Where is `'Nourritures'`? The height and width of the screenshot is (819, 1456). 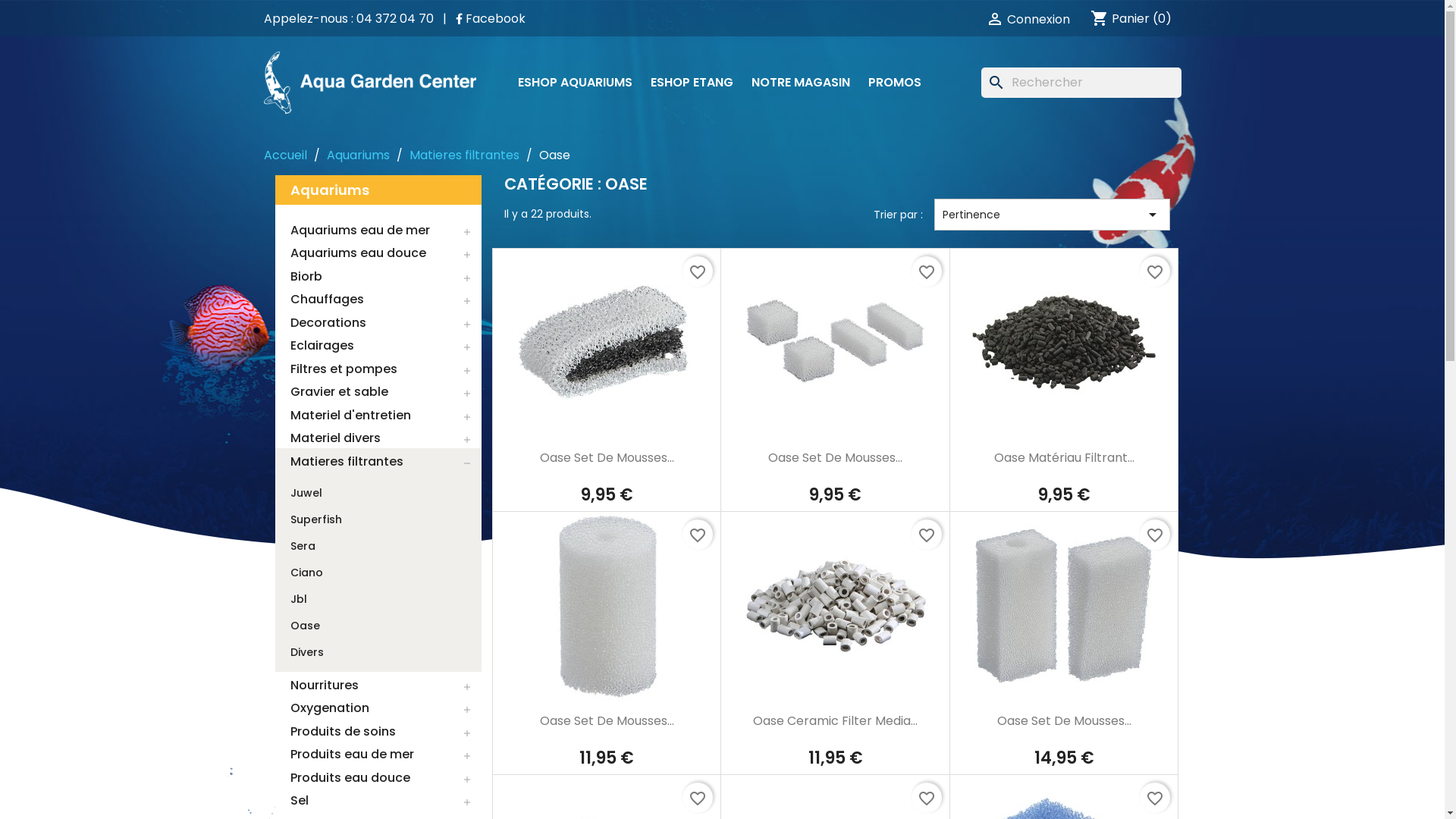 'Nourritures' is located at coordinates (274, 685).